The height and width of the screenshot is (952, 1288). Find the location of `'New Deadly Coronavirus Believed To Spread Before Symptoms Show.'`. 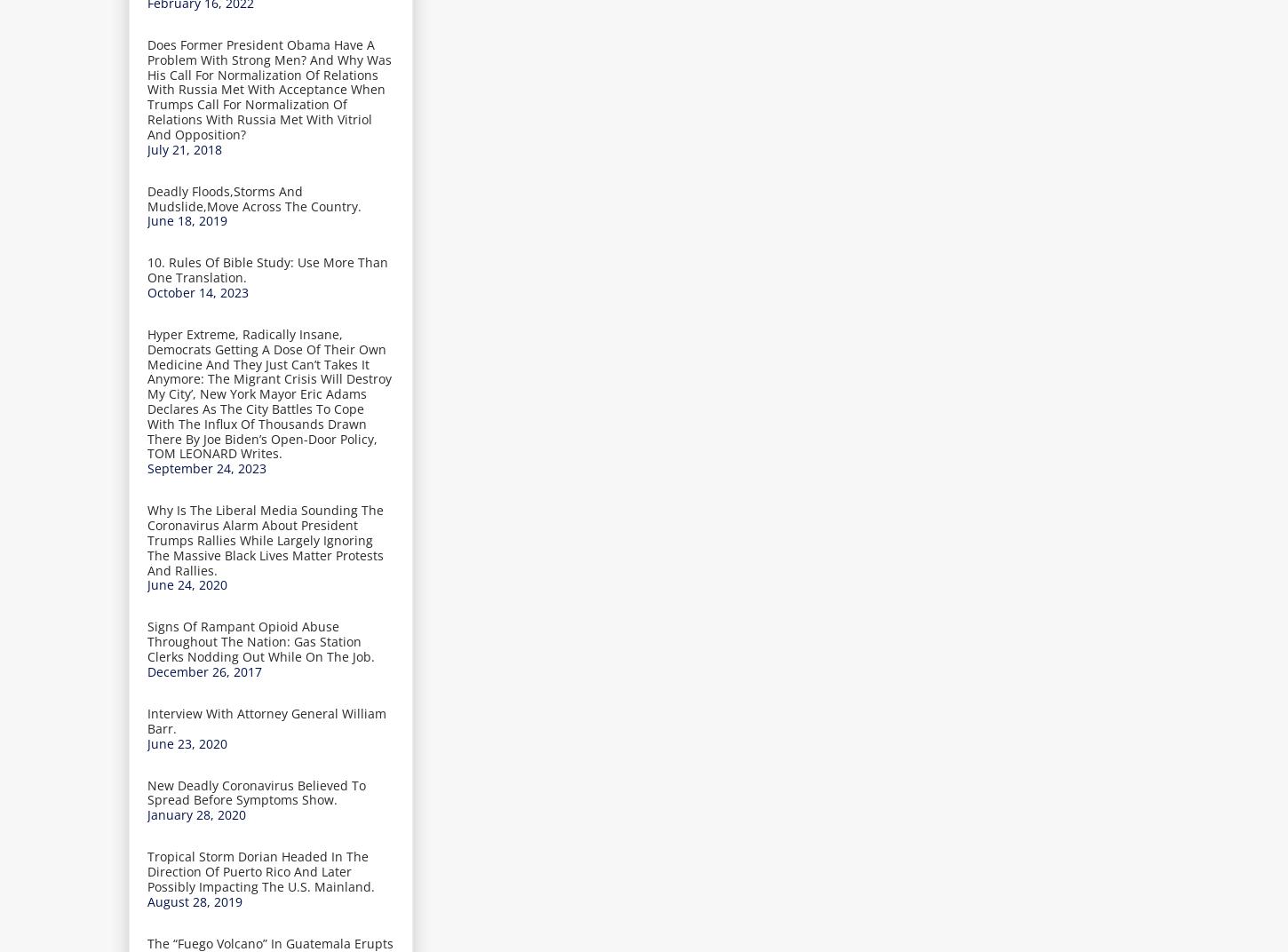

'New Deadly Coronavirus Believed To Spread Before Symptoms Show.' is located at coordinates (256, 792).